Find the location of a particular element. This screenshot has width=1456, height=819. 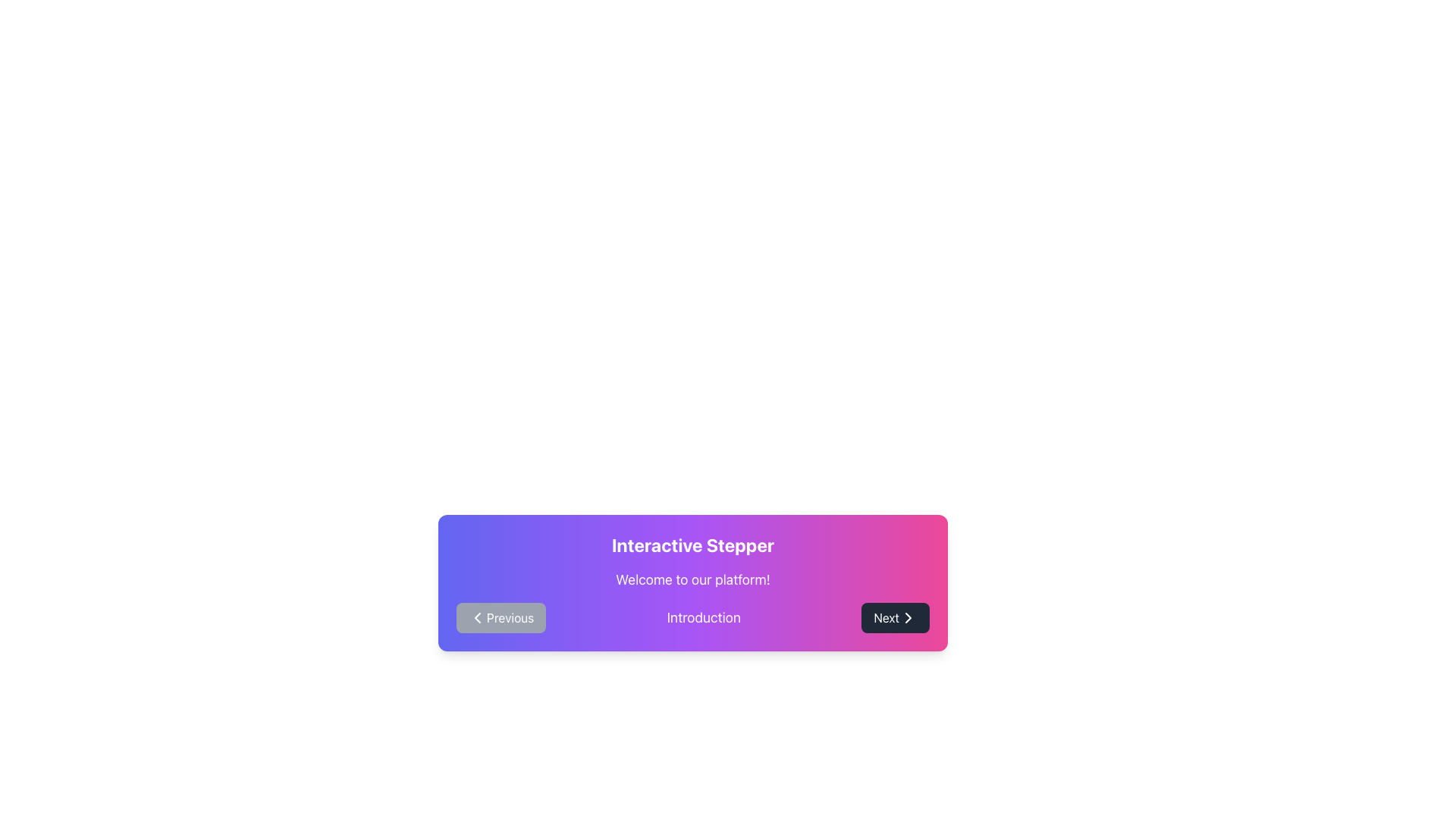

the 'Previous' button located at the bottom left corner of the 'Interactive Stepper' interface, which contains the navigation icon for moving to the previous stage is located at coordinates (476, 617).